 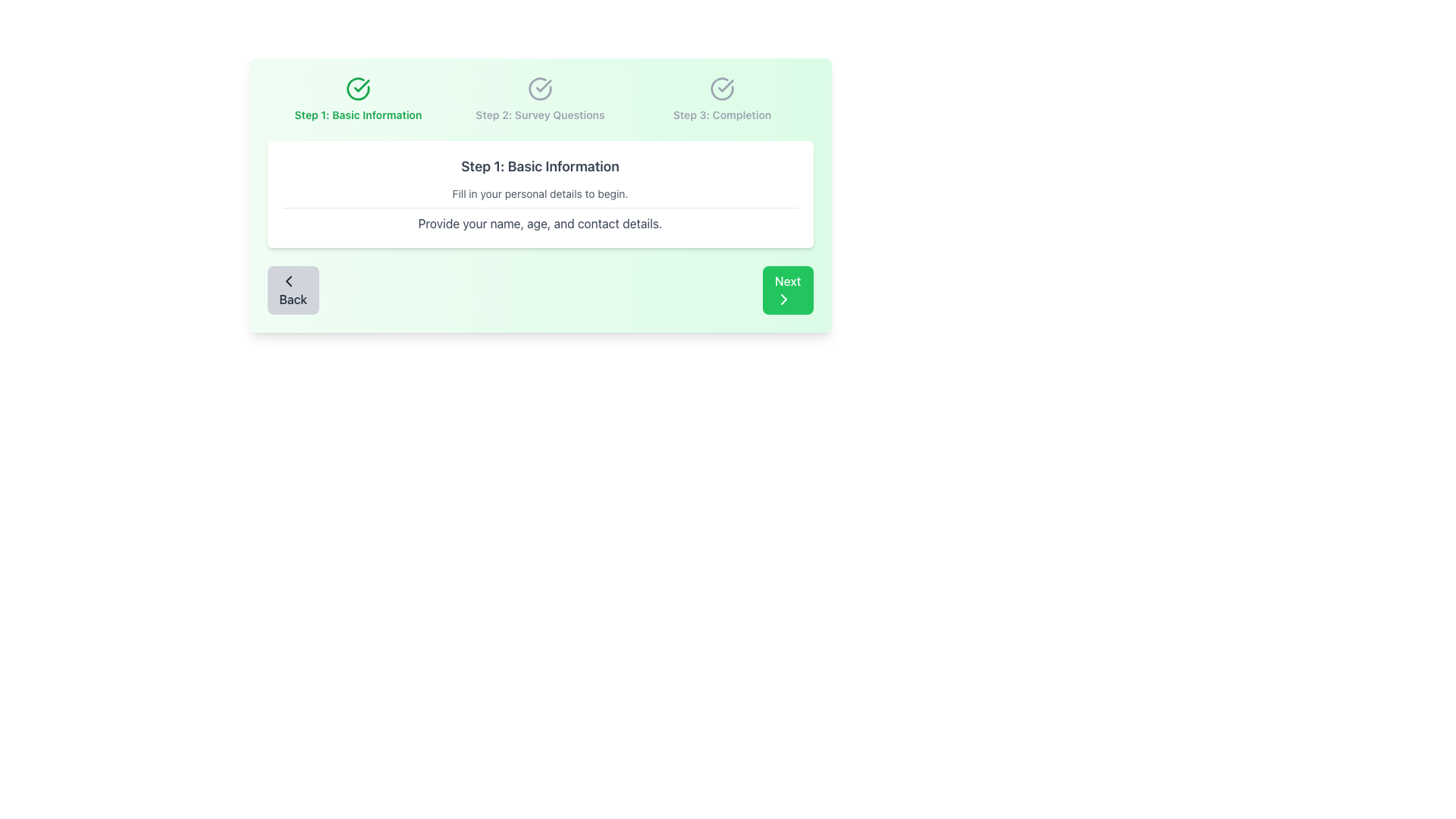 What do you see at coordinates (721, 89) in the screenshot?
I see `the state of the circular icon with a checkmark inside, styled in minimalist design, located above the text label 'Step 3: Completion' in the onboarding interface` at bounding box center [721, 89].